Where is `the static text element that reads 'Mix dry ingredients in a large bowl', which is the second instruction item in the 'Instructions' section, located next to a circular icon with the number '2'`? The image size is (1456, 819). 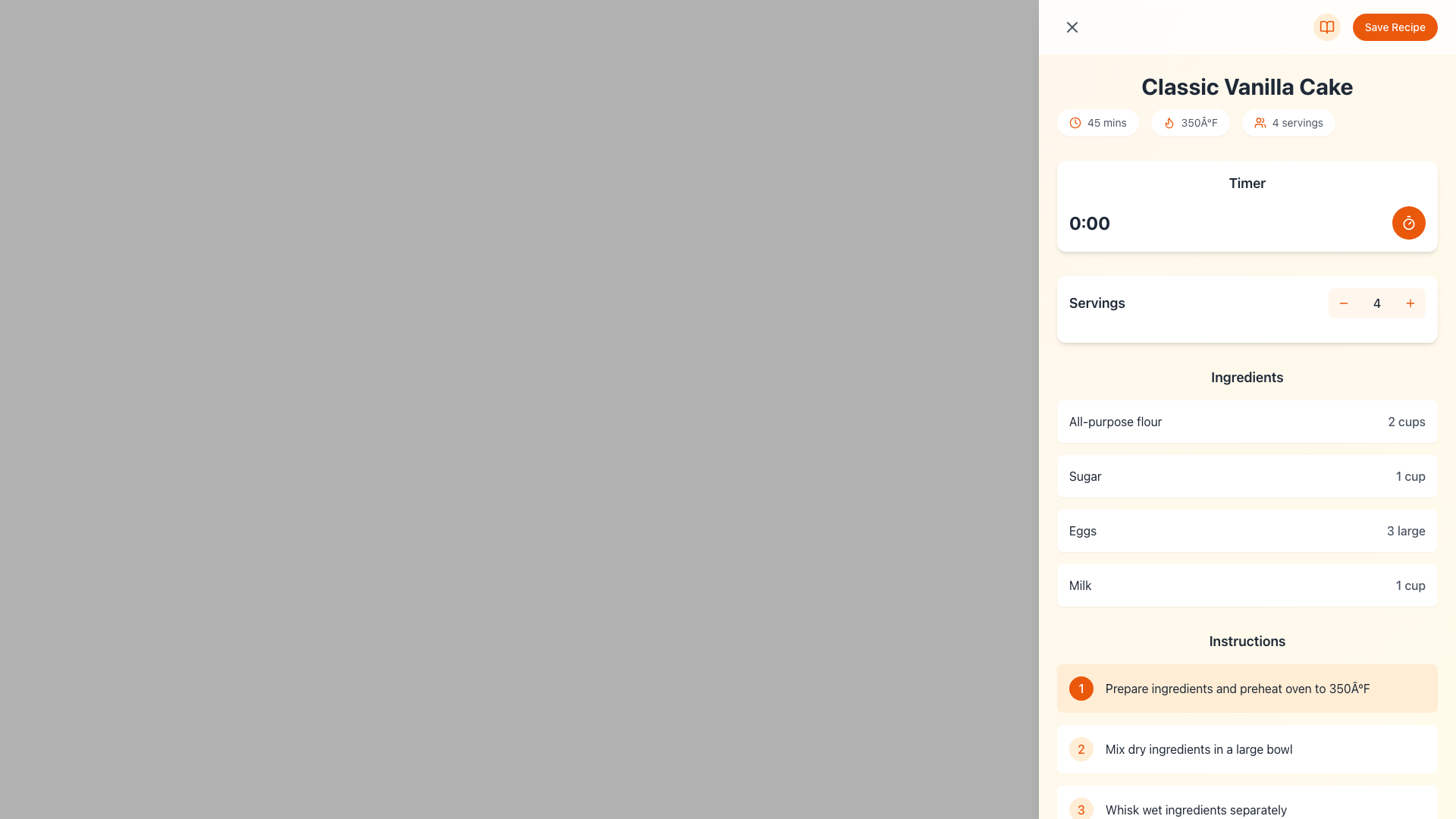
the static text element that reads 'Mix dry ingredients in a large bowl', which is the second instruction item in the 'Instructions' section, located next to a circular icon with the number '2' is located at coordinates (1266, 748).